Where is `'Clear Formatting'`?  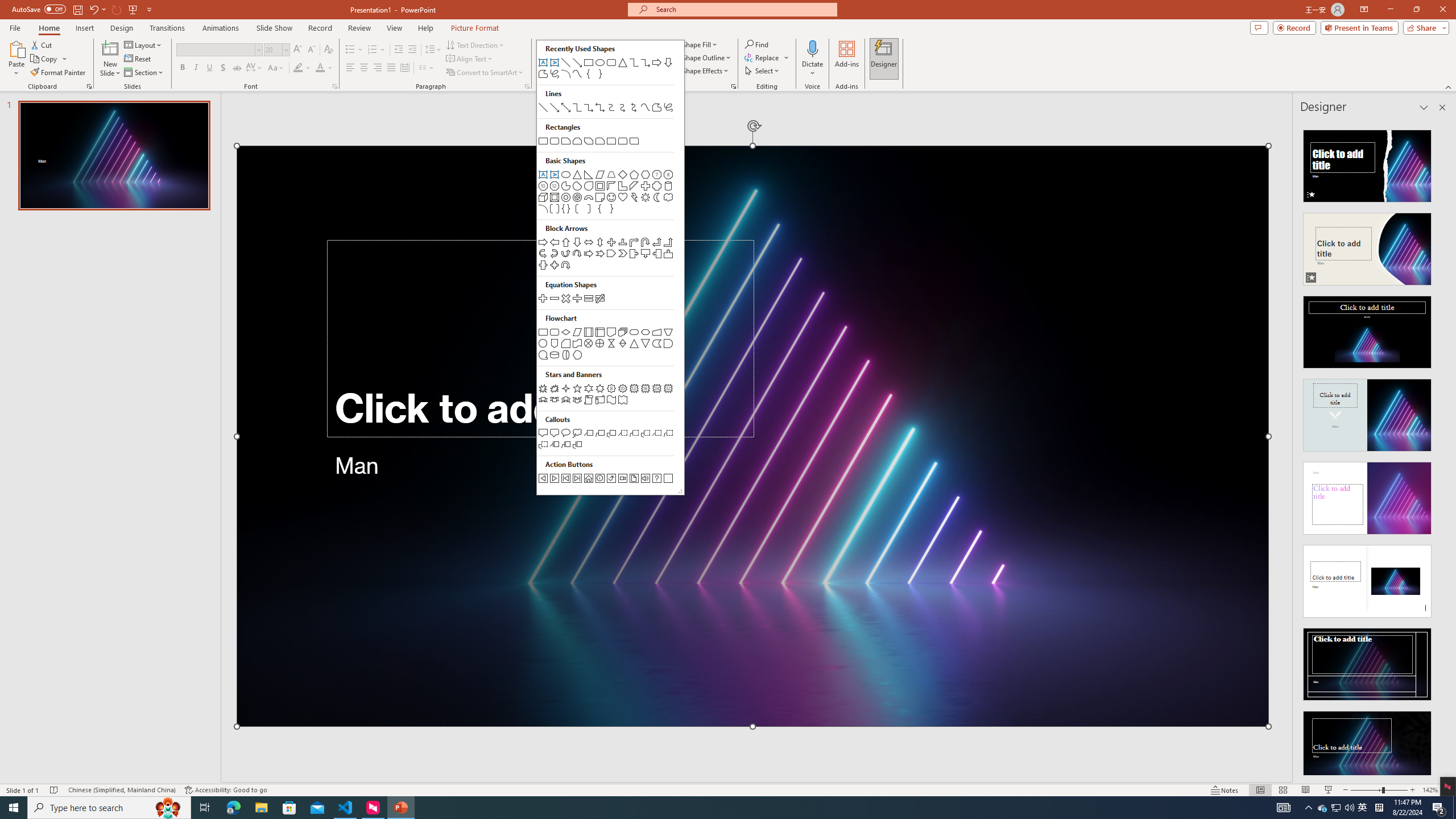 'Clear Formatting' is located at coordinates (328, 49).